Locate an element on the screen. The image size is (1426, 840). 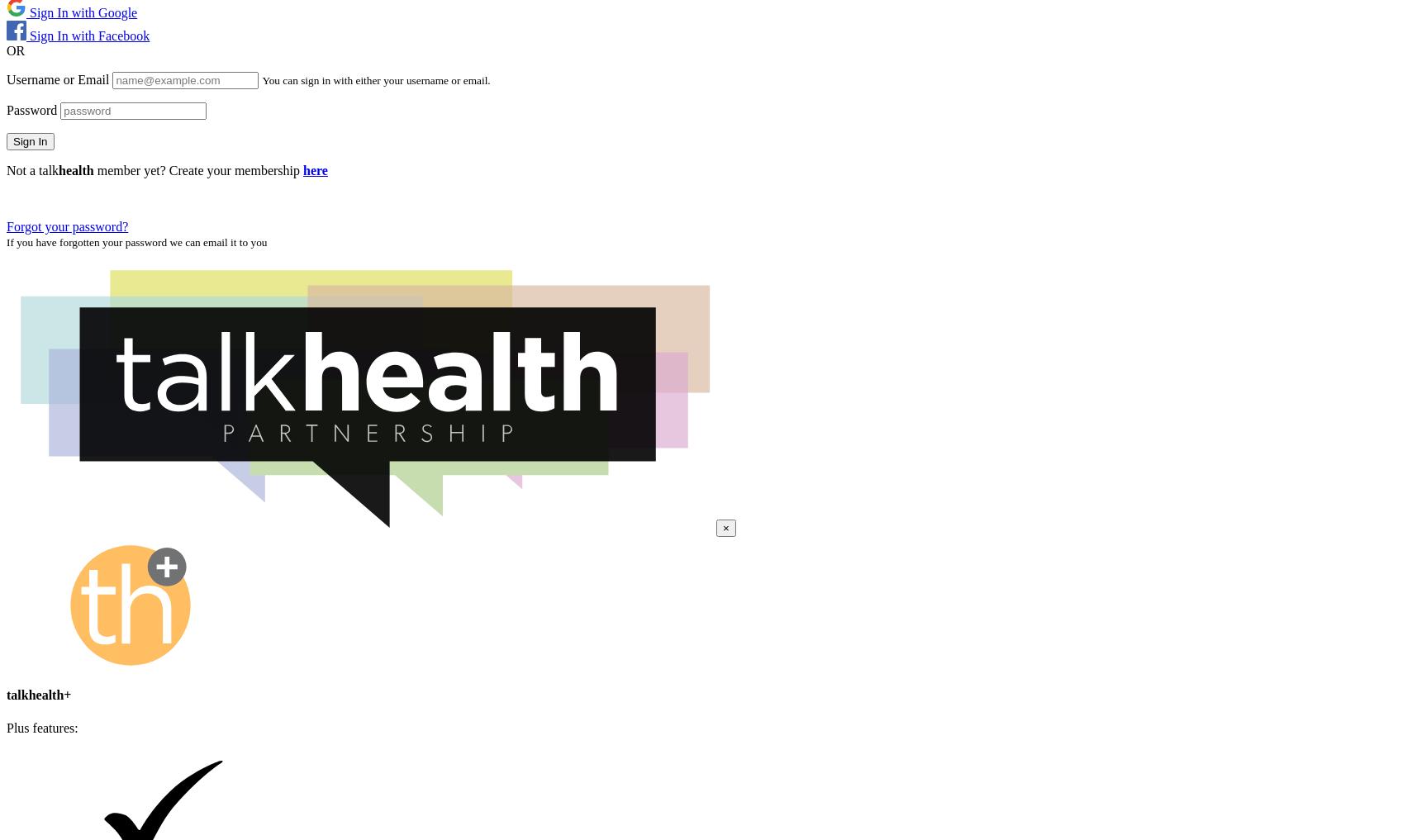
'Sign In with Facebook' is located at coordinates (87, 34).